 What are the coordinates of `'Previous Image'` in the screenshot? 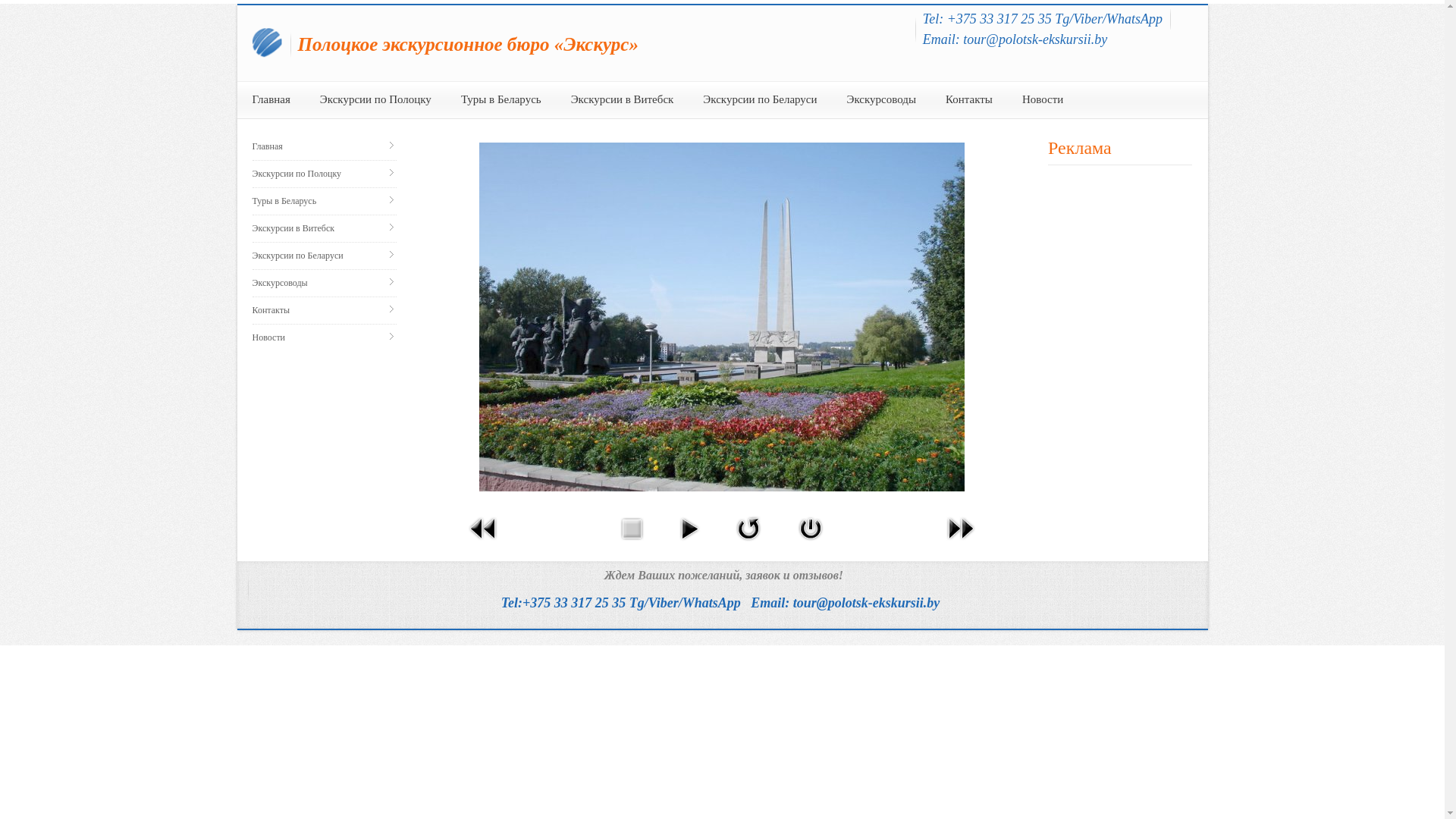 It's located at (483, 541).